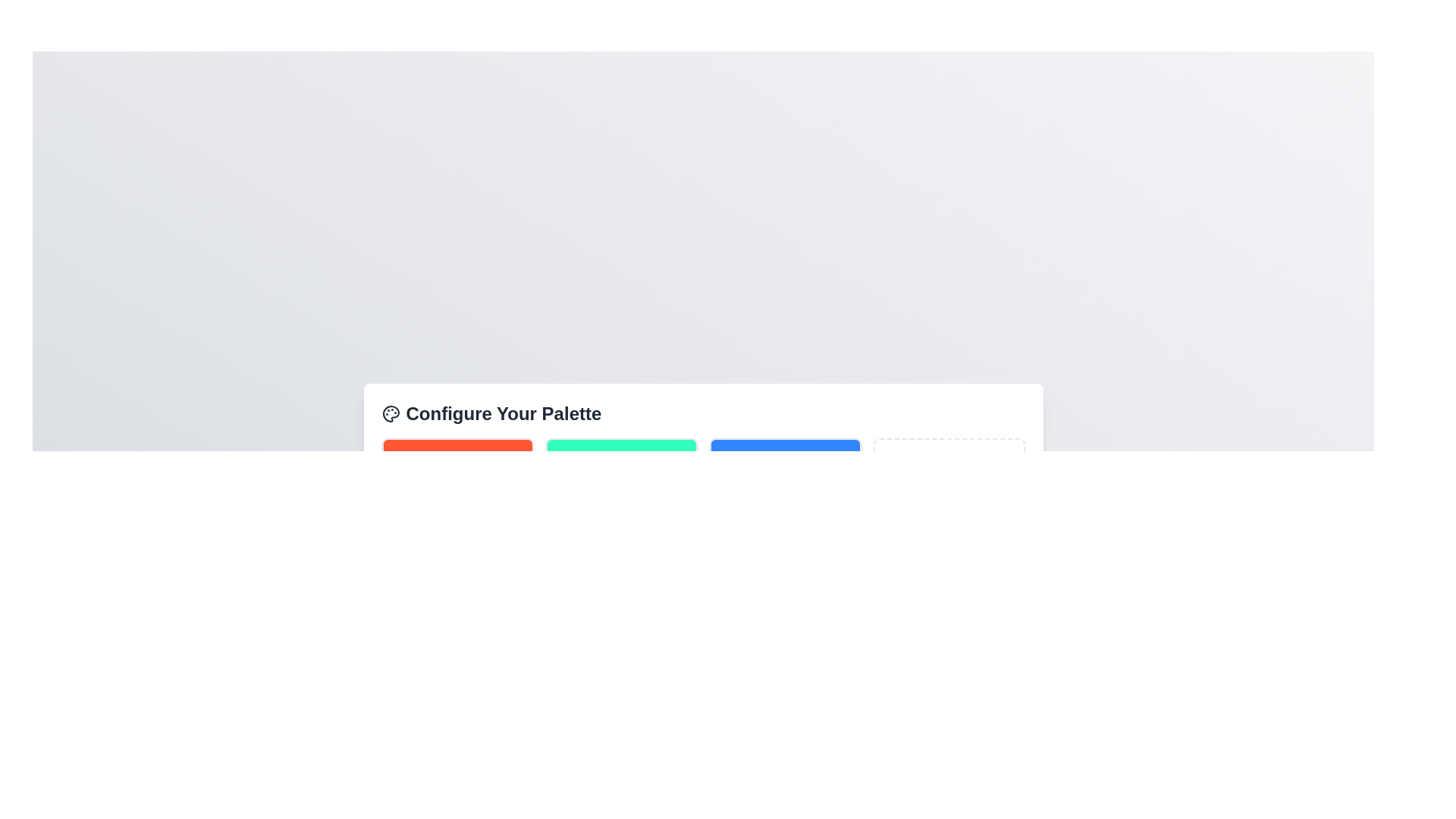  What do you see at coordinates (785, 461) in the screenshot?
I see `the third button in the palette configuration UI` at bounding box center [785, 461].